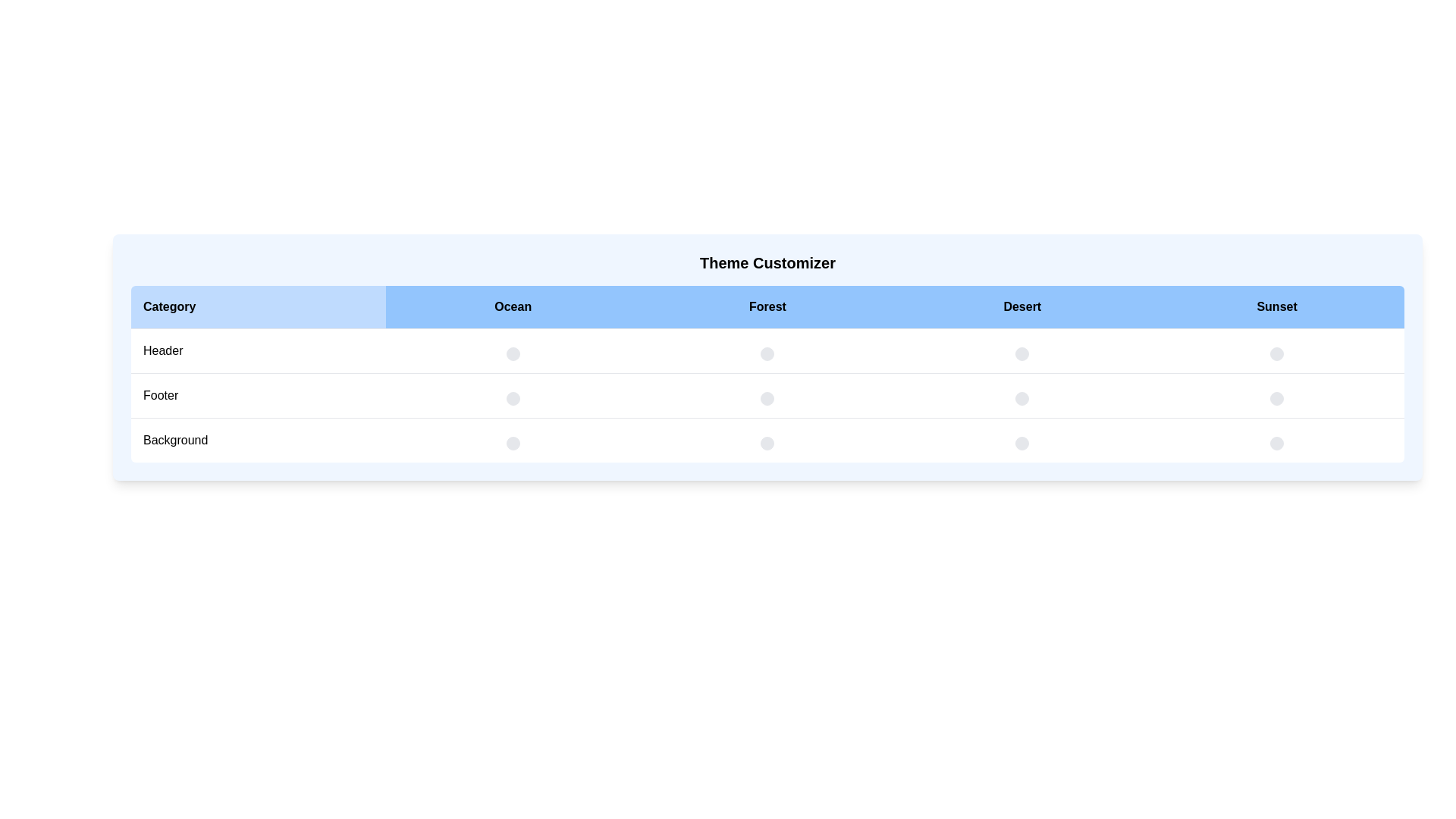  Describe the element at coordinates (1022, 397) in the screenshot. I see `the Toggle Button located` at that location.